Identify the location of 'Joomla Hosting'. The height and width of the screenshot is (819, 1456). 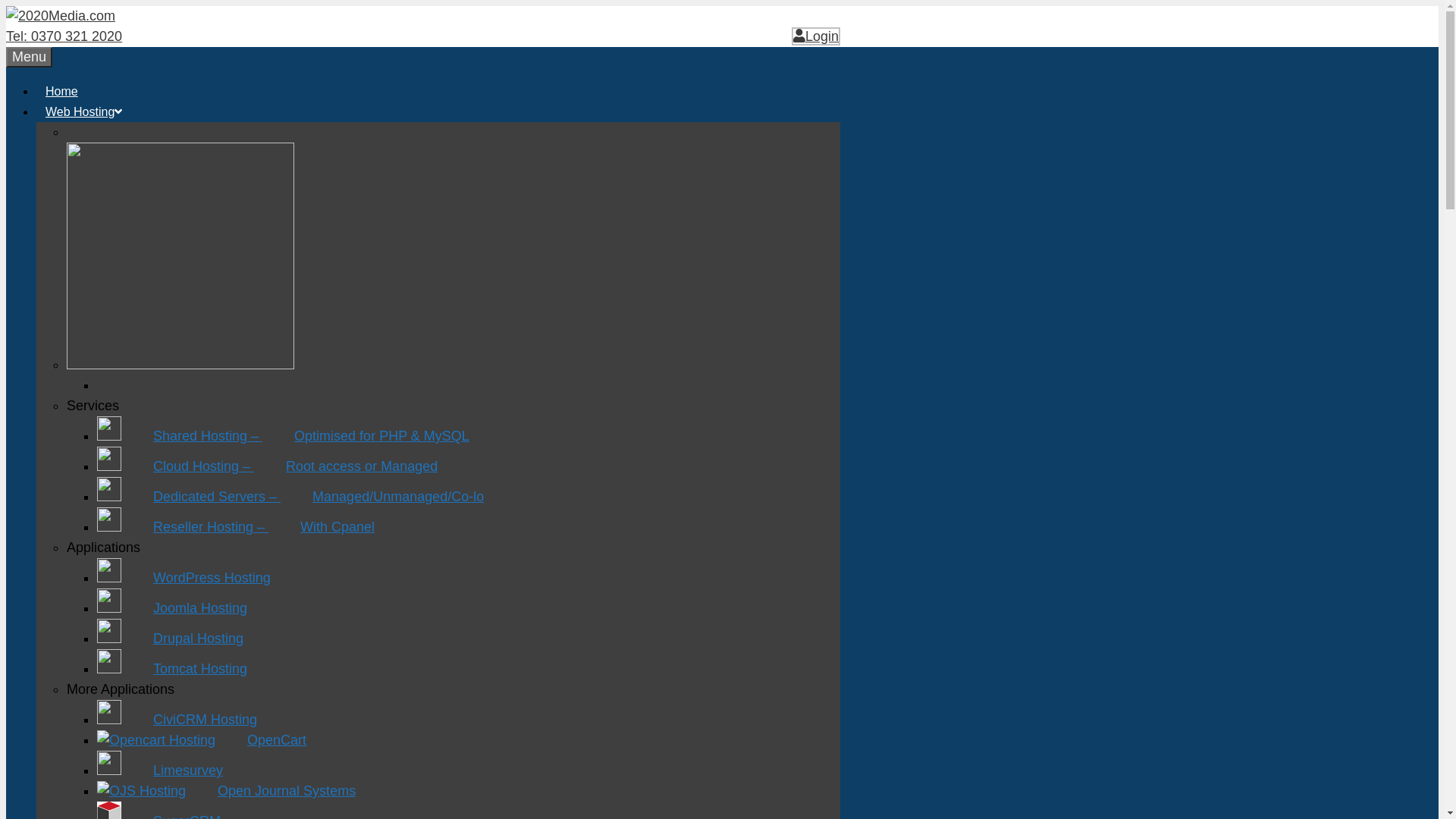
(96, 607).